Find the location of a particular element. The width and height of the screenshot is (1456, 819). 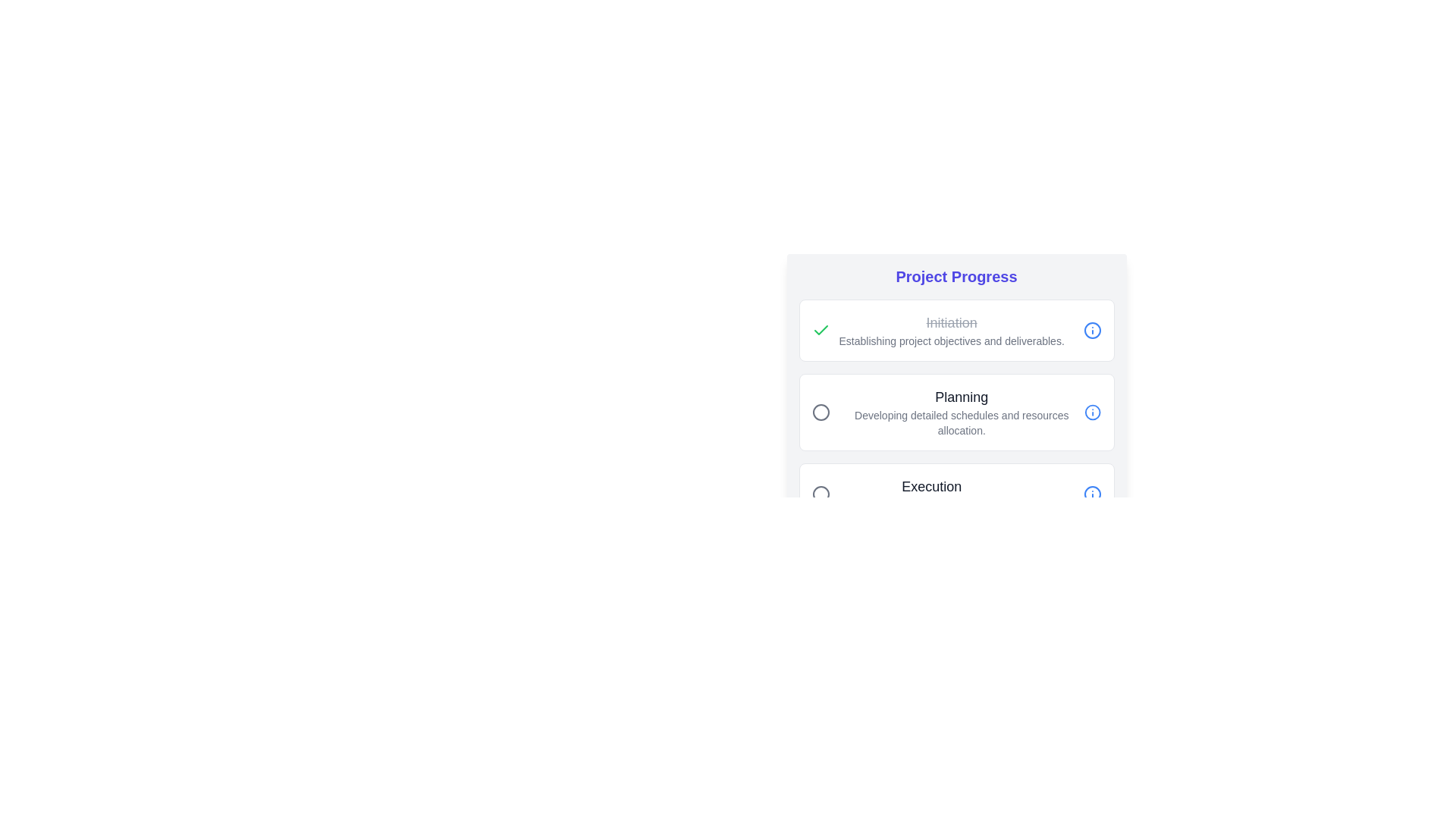

the information icon for the Planning phase to view its details is located at coordinates (1093, 412).